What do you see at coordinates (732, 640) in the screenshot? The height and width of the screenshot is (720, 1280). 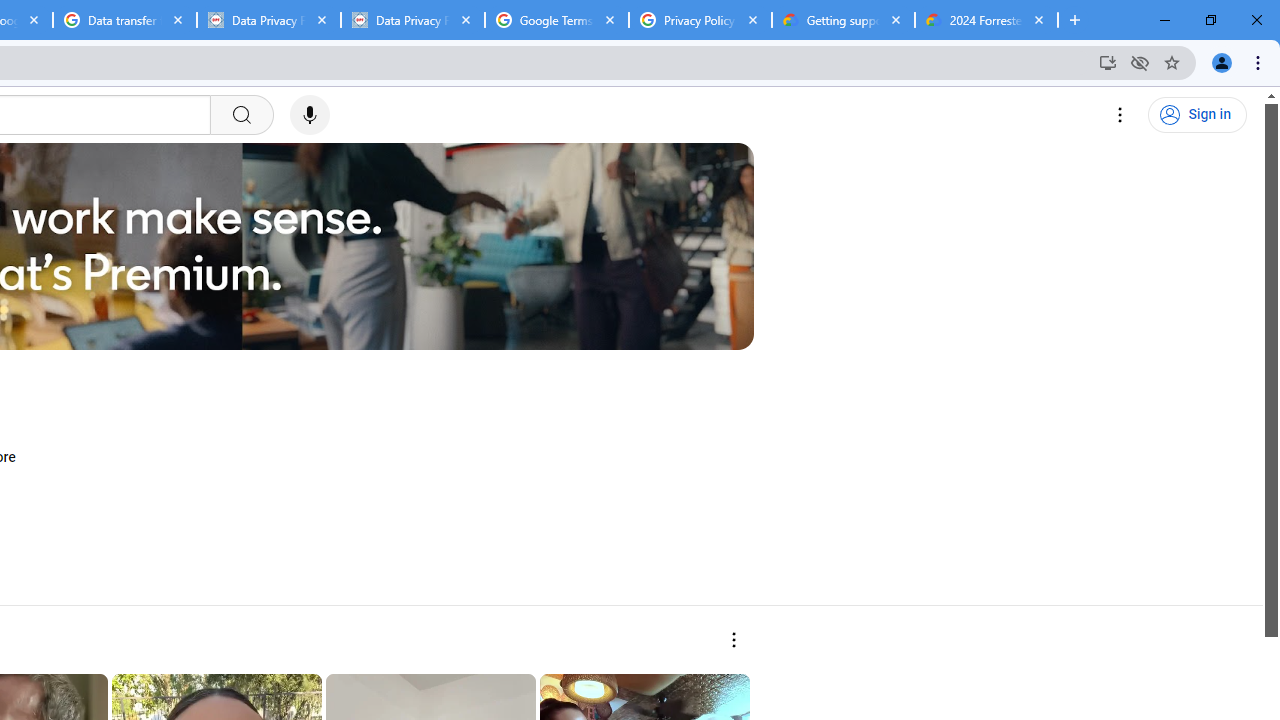 I see `'More actions'` at bounding box center [732, 640].